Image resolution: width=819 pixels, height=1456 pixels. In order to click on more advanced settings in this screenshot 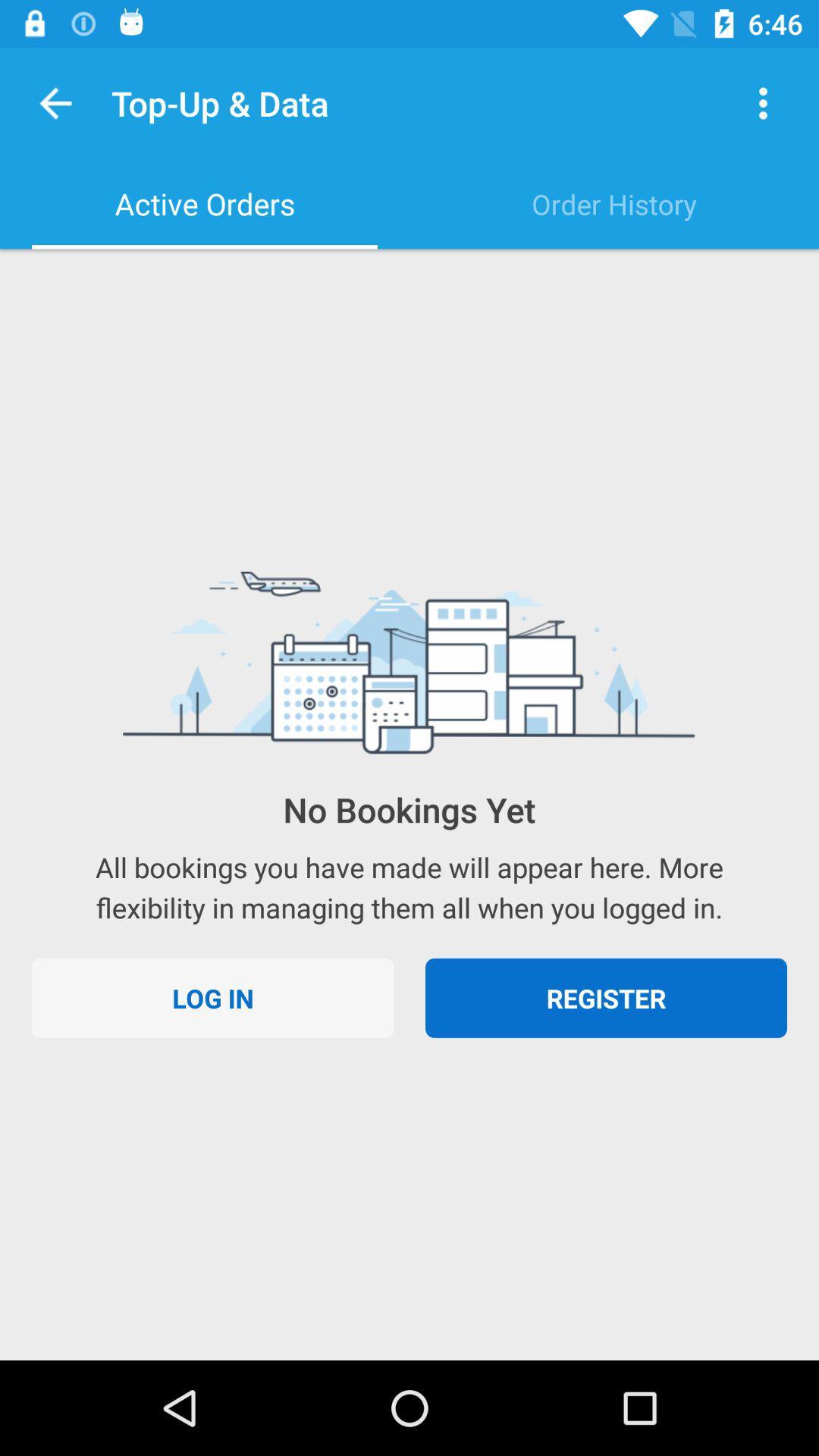, I will do `click(763, 102)`.